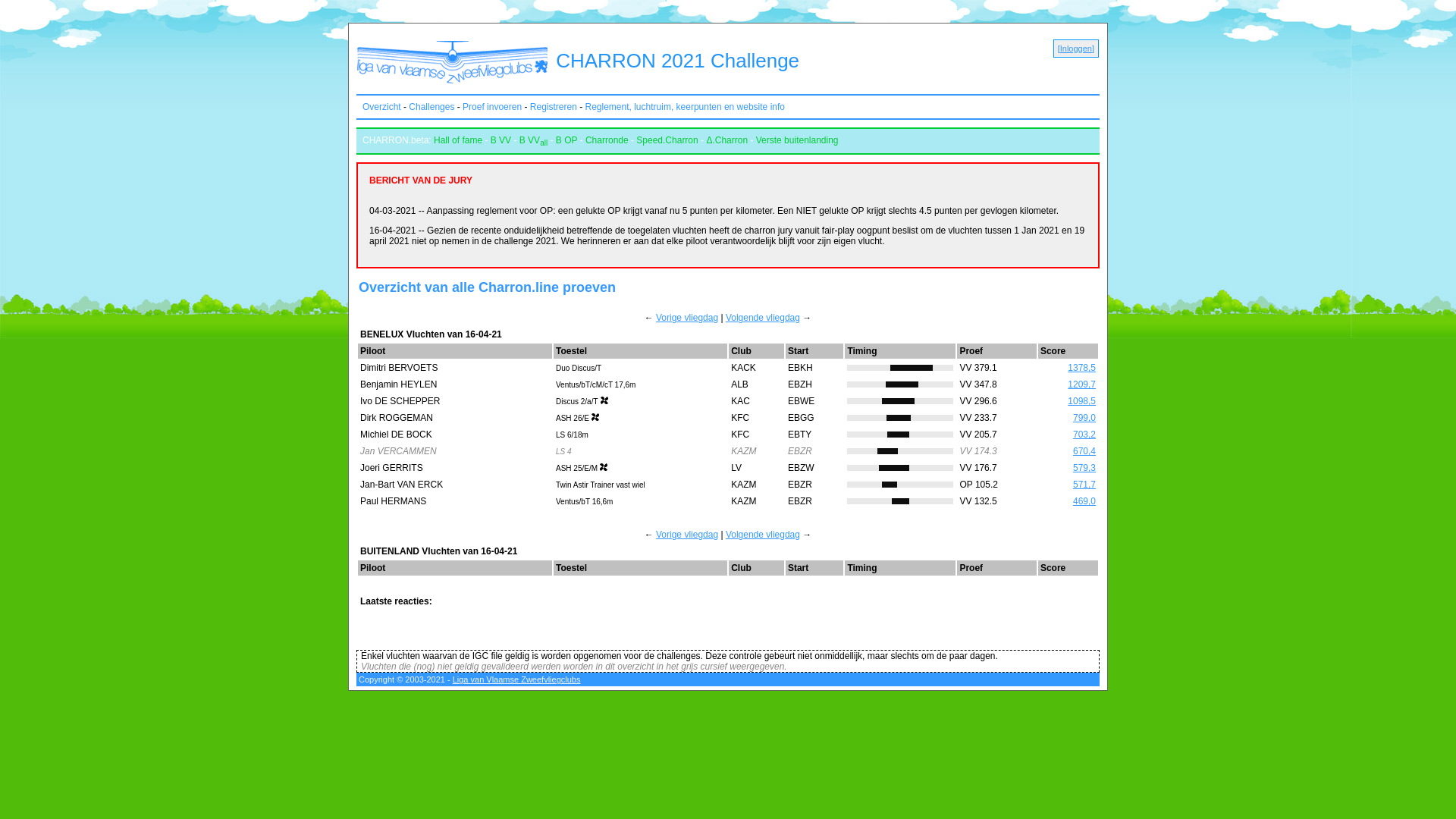 This screenshot has width=1456, height=819. I want to click on 'Liga van Vlaamse Zweefvliegclubs', so click(516, 678).